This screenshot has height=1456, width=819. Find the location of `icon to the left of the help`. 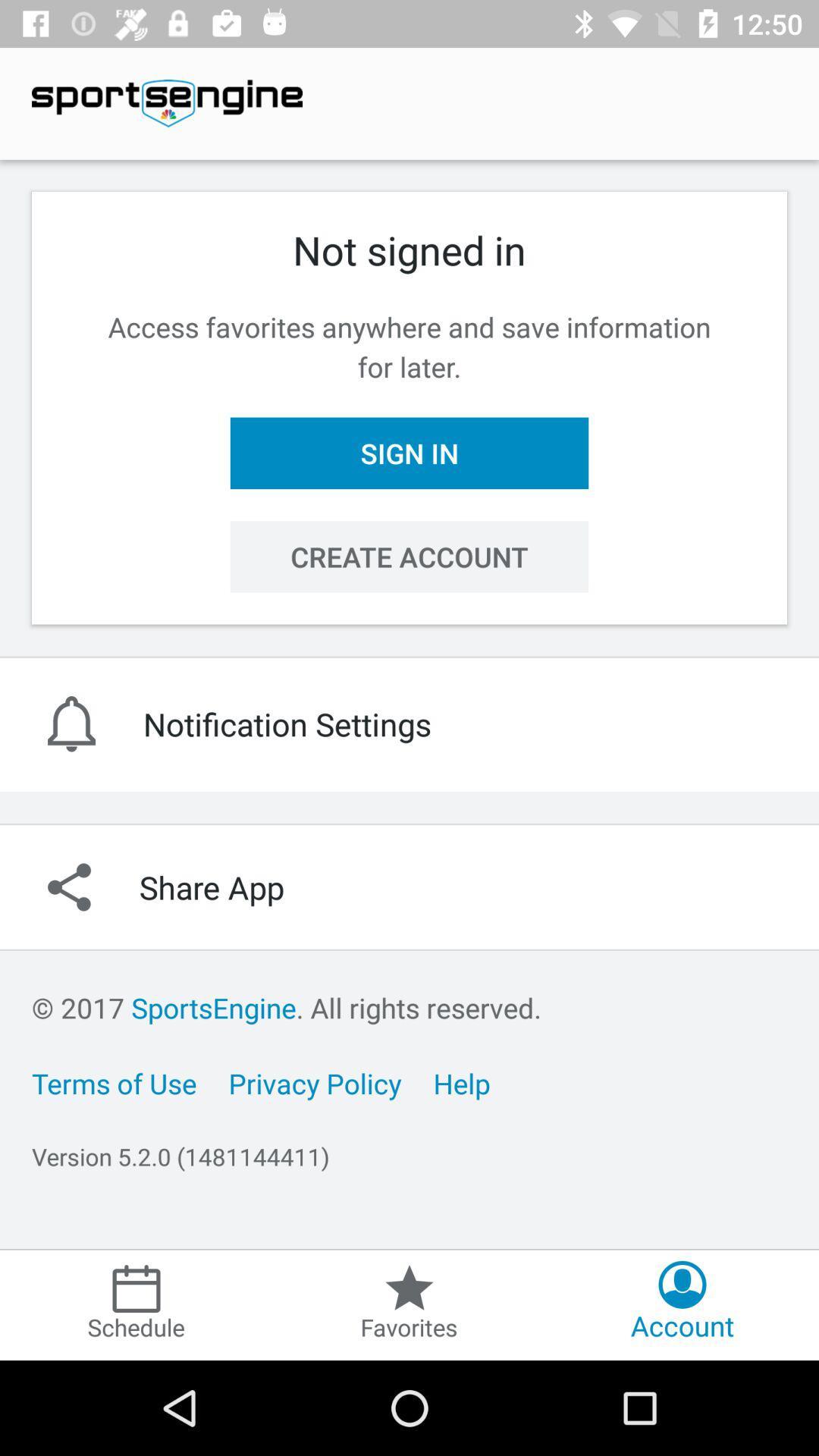

icon to the left of the help is located at coordinates (314, 1082).